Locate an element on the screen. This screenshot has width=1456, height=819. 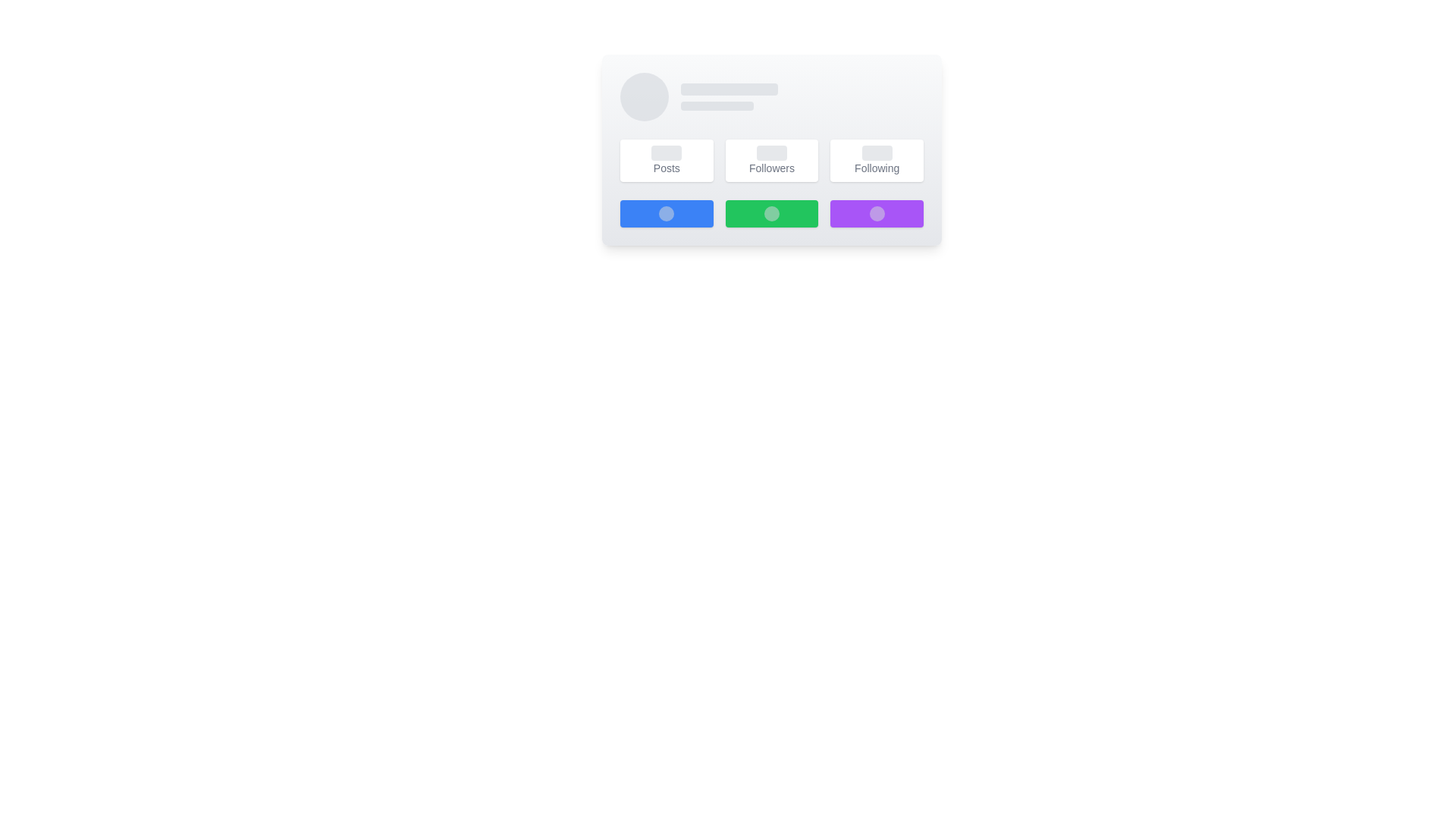
the visual display of the placeholder element located at the top of the 'Posts' card, which is centrally positioned above the 'Posts' text is located at coordinates (667, 152).